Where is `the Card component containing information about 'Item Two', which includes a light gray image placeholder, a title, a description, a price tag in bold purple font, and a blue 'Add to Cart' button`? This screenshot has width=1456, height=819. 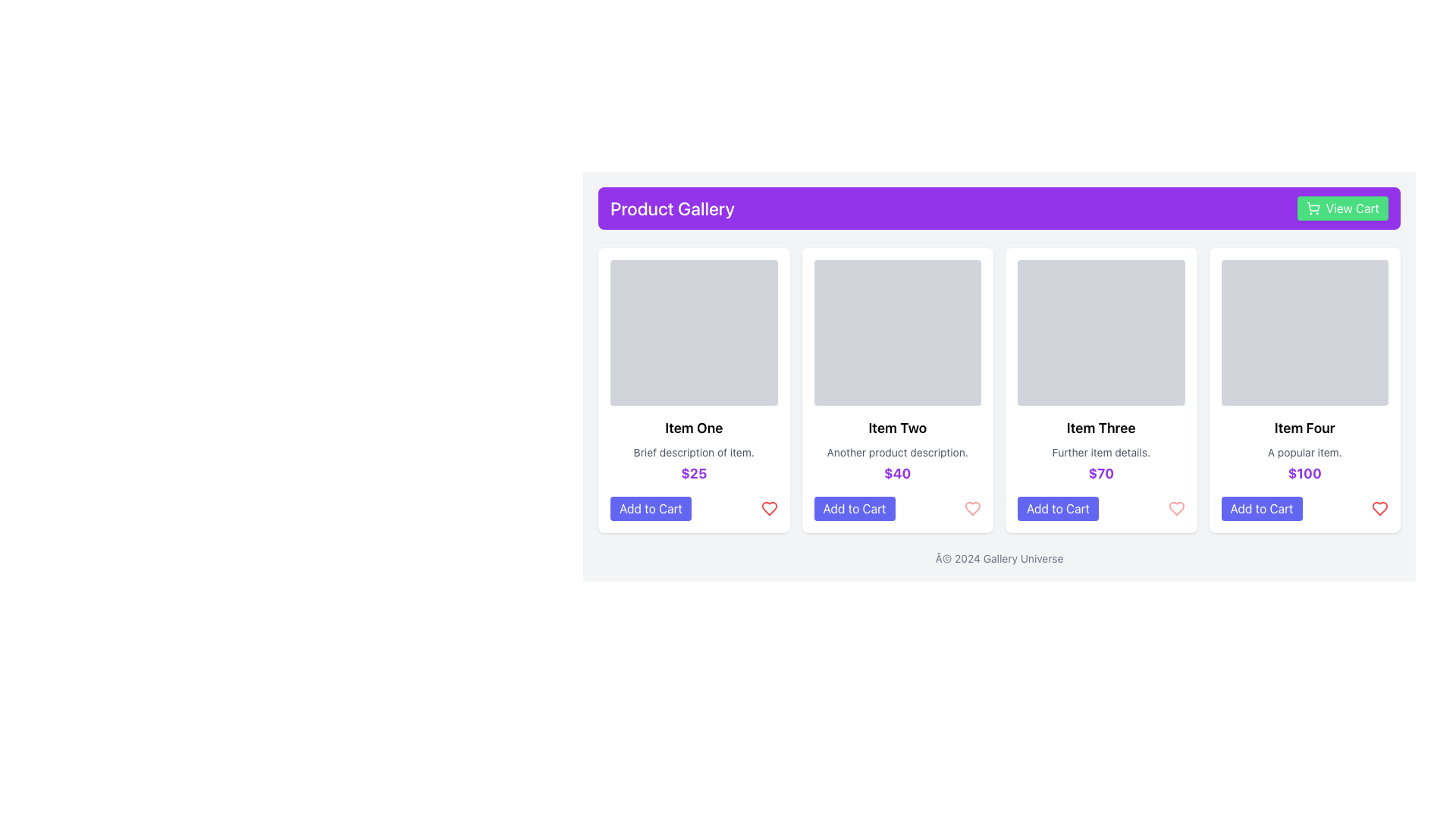
the Card component containing information about 'Item Two', which includes a light gray image placeholder, a title, a description, a price tag in bold purple font, and a blue 'Add to Cart' button is located at coordinates (897, 390).